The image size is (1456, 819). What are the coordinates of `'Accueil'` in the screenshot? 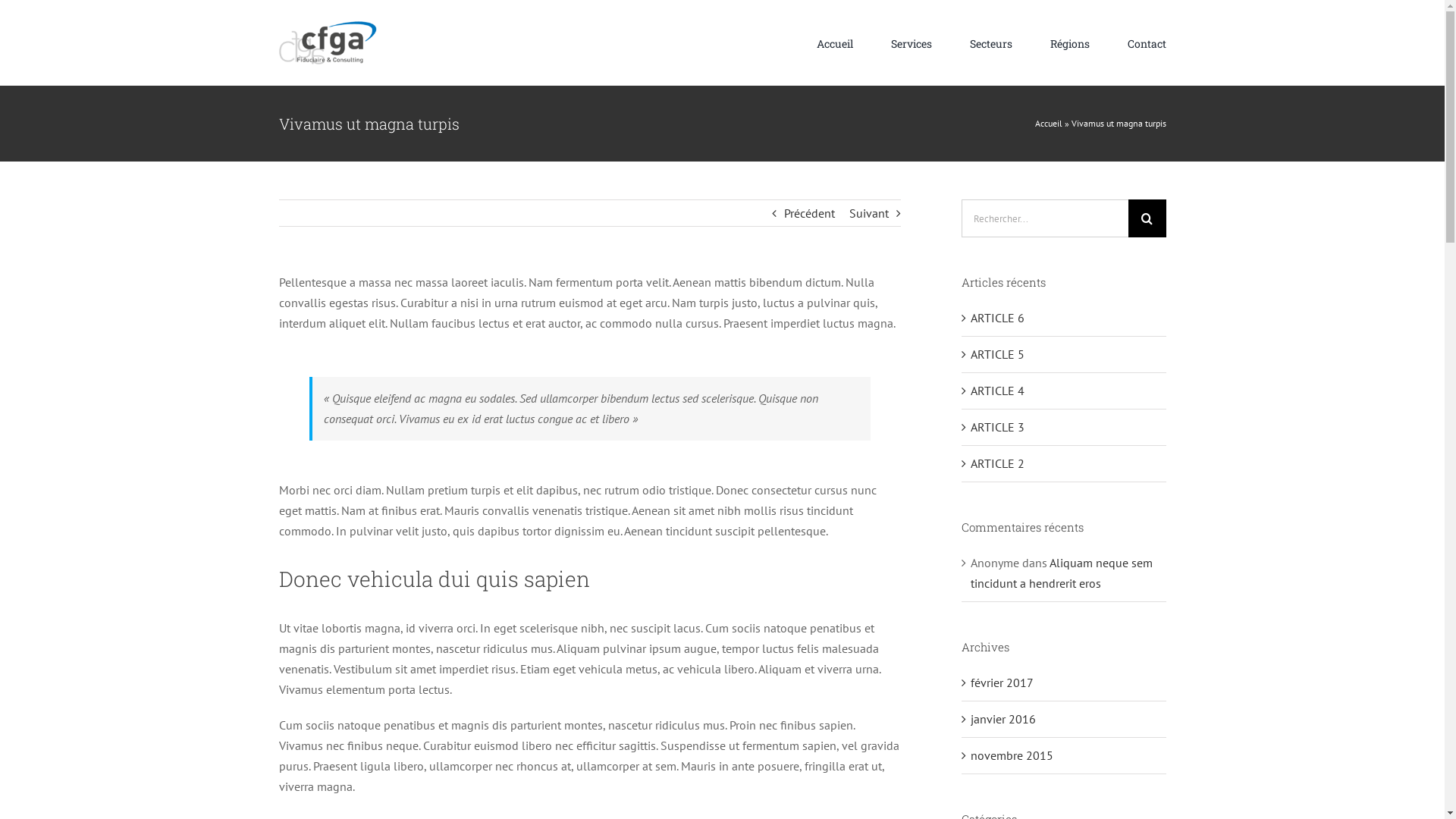 It's located at (833, 42).